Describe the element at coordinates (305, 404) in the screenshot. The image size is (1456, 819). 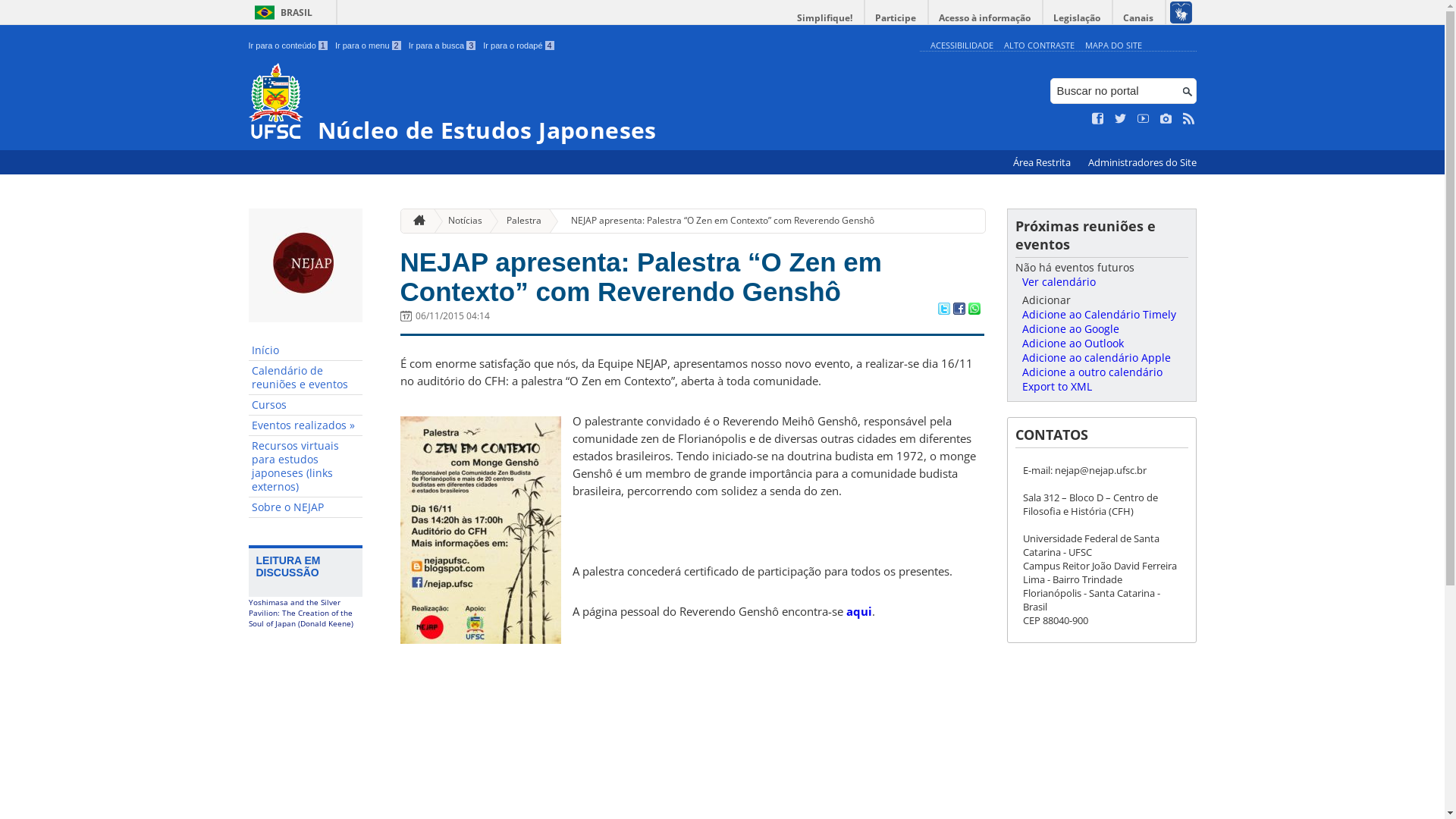
I see `'Cursos'` at that location.